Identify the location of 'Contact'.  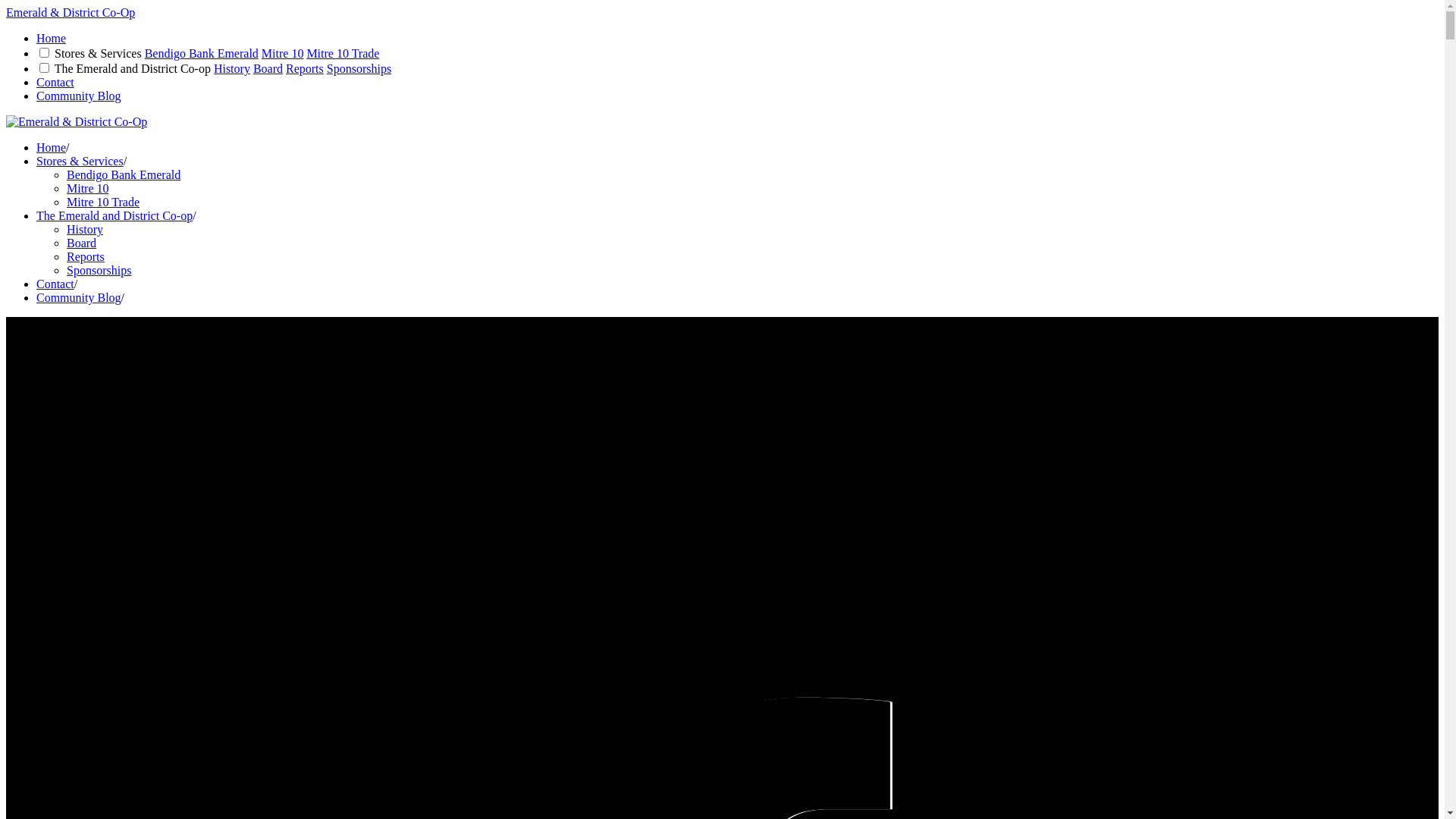
(55, 82).